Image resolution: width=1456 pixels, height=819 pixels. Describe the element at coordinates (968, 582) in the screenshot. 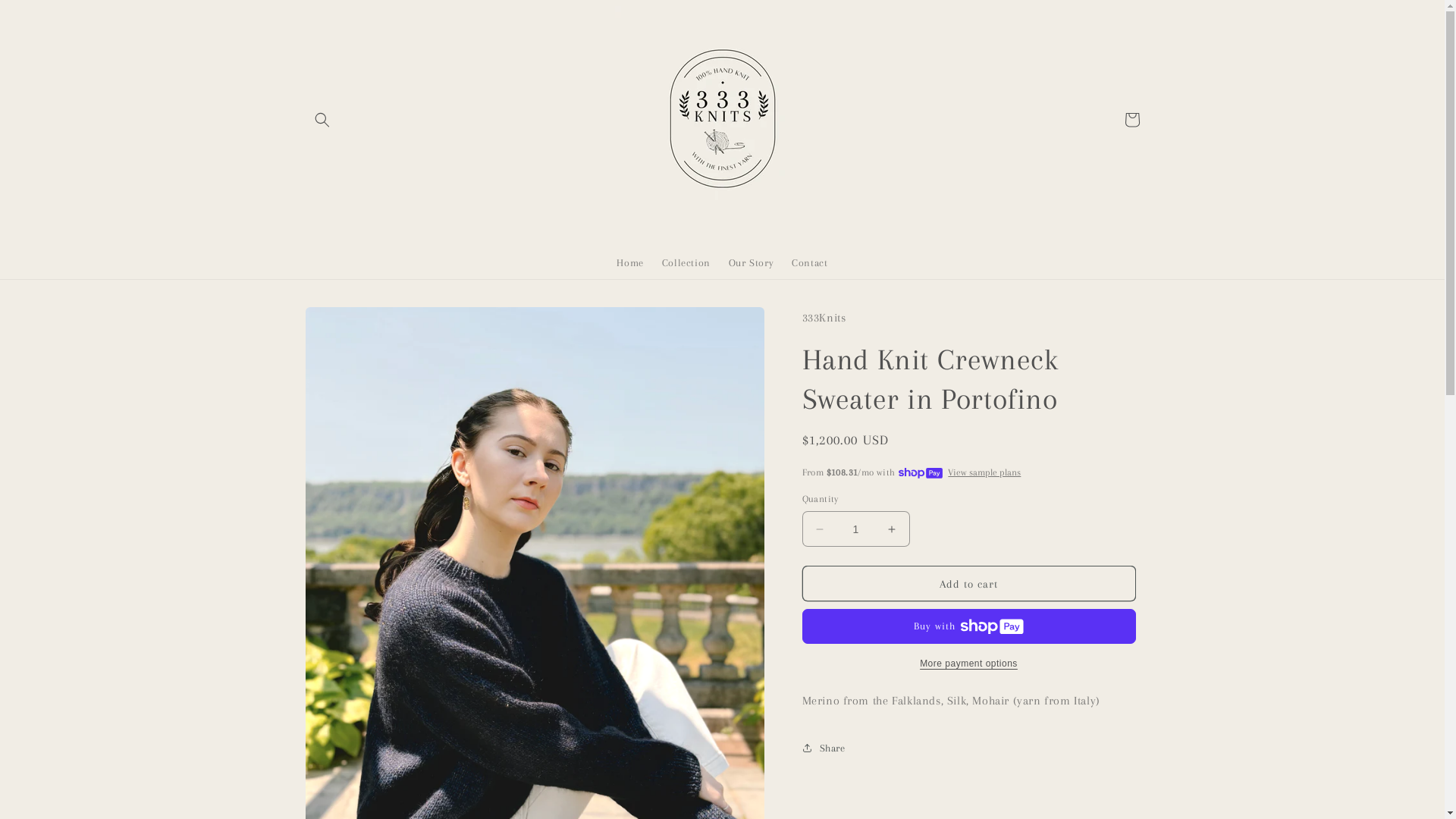

I see `'Add to cart'` at that location.